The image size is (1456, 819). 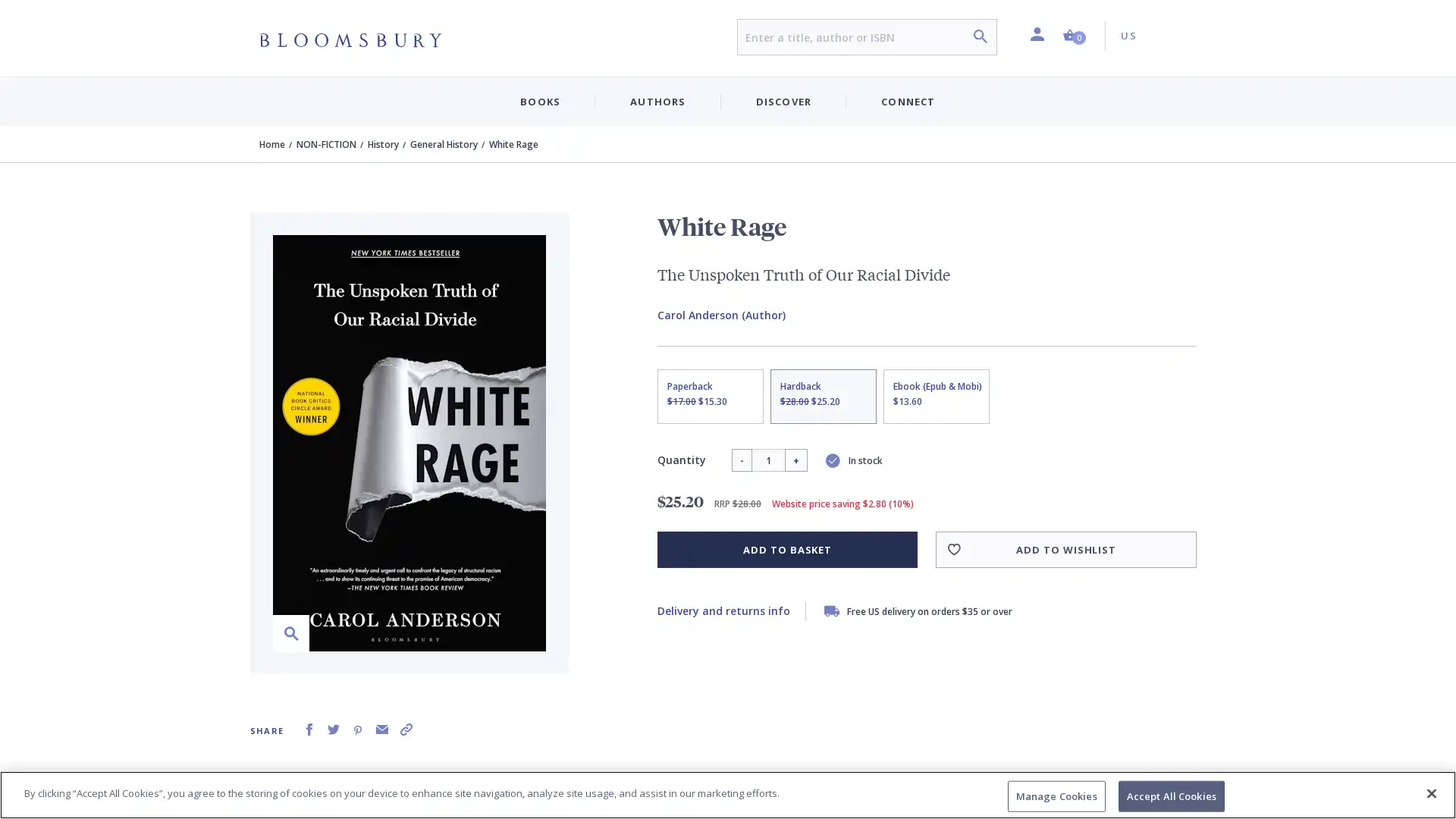 What do you see at coordinates (1430, 792) in the screenshot?
I see `Close` at bounding box center [1430, 792].